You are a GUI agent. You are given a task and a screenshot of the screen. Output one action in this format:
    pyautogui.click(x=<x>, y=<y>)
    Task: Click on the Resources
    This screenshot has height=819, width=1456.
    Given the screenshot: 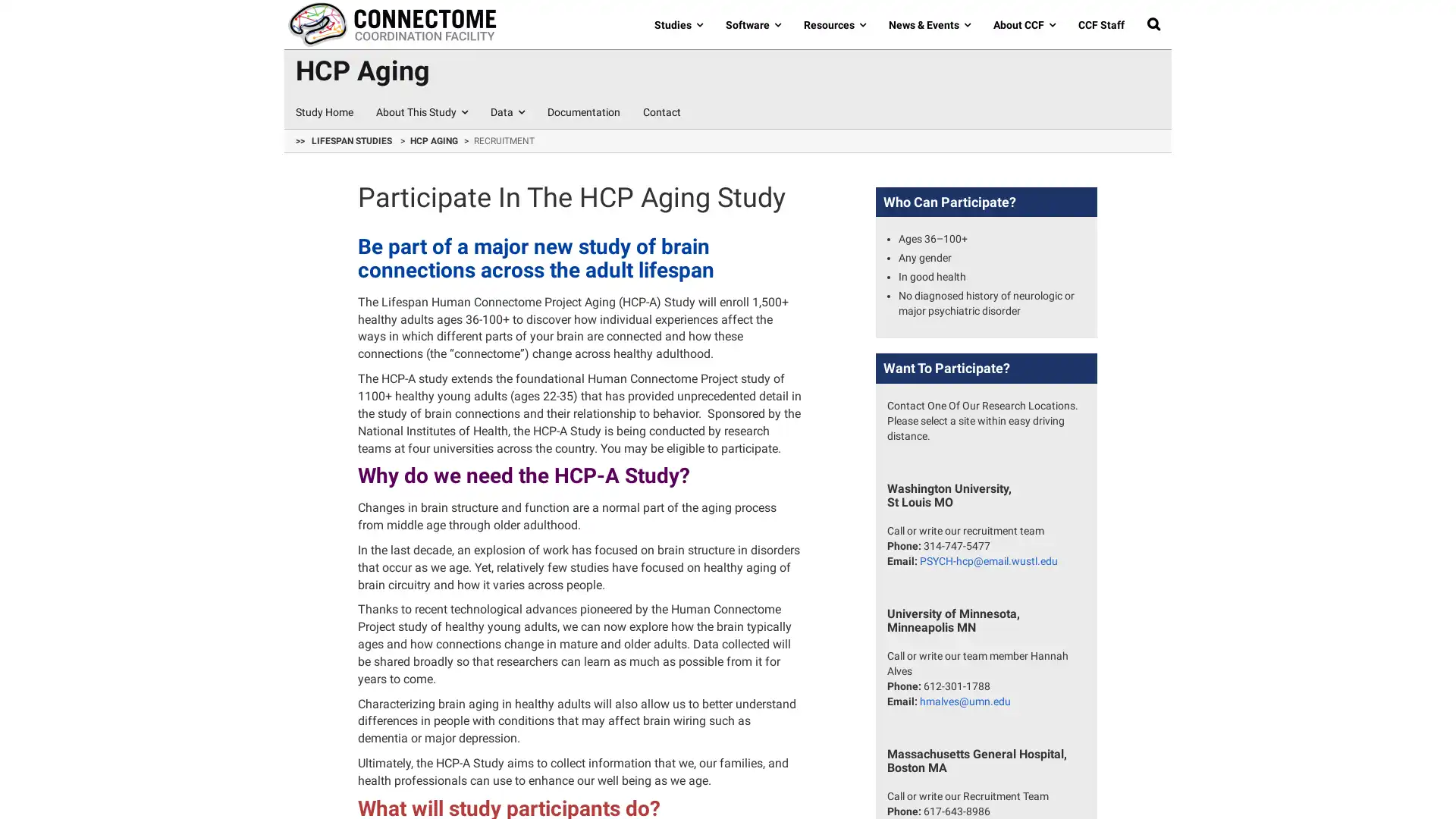 What is the action you would take?
    pyautogui.click(x=833, y=29)
    